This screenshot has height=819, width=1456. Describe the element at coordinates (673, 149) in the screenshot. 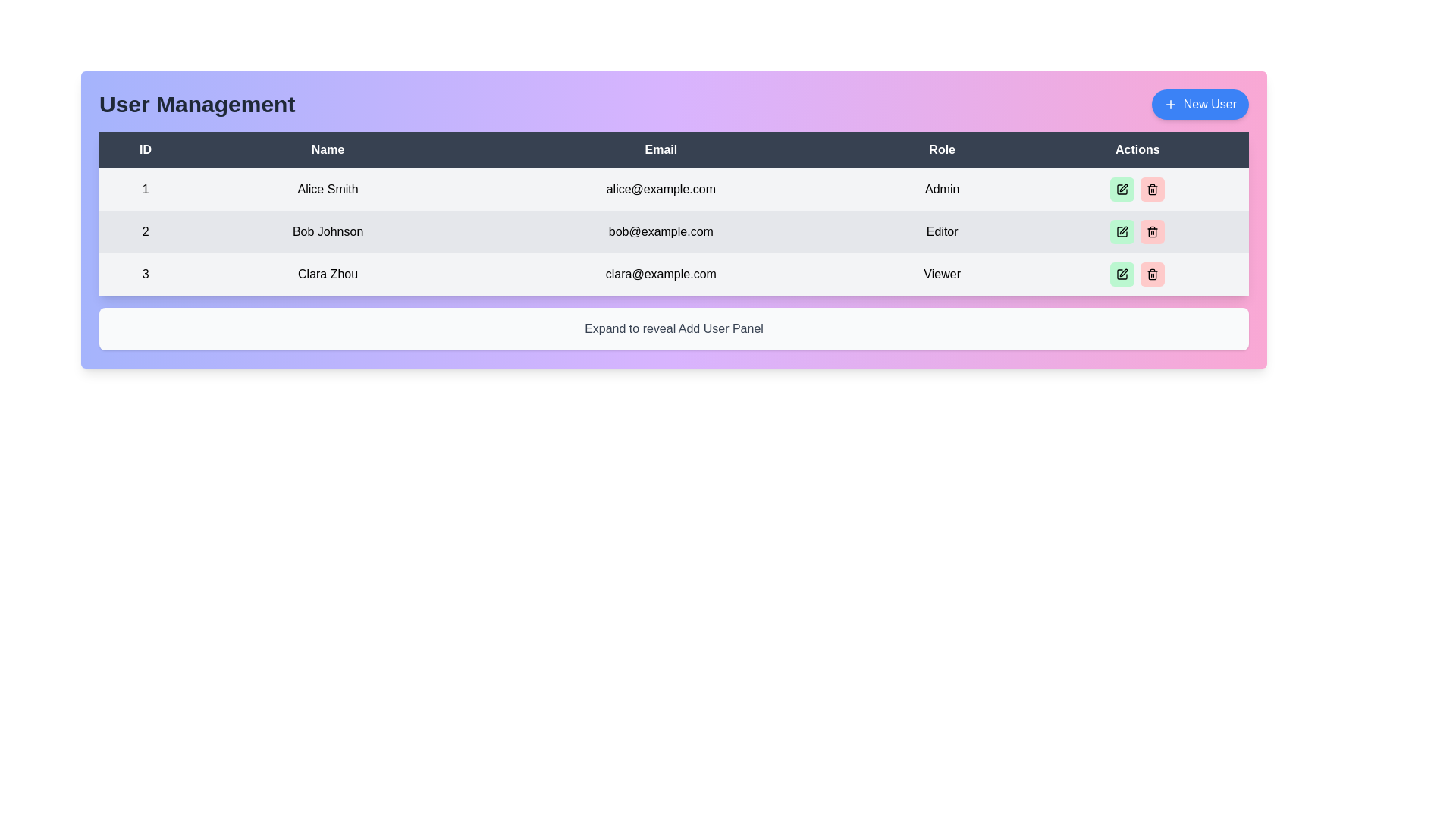

I see `the 'Email' column header cell in the user management table, which is the third header cell from the left` at that location.